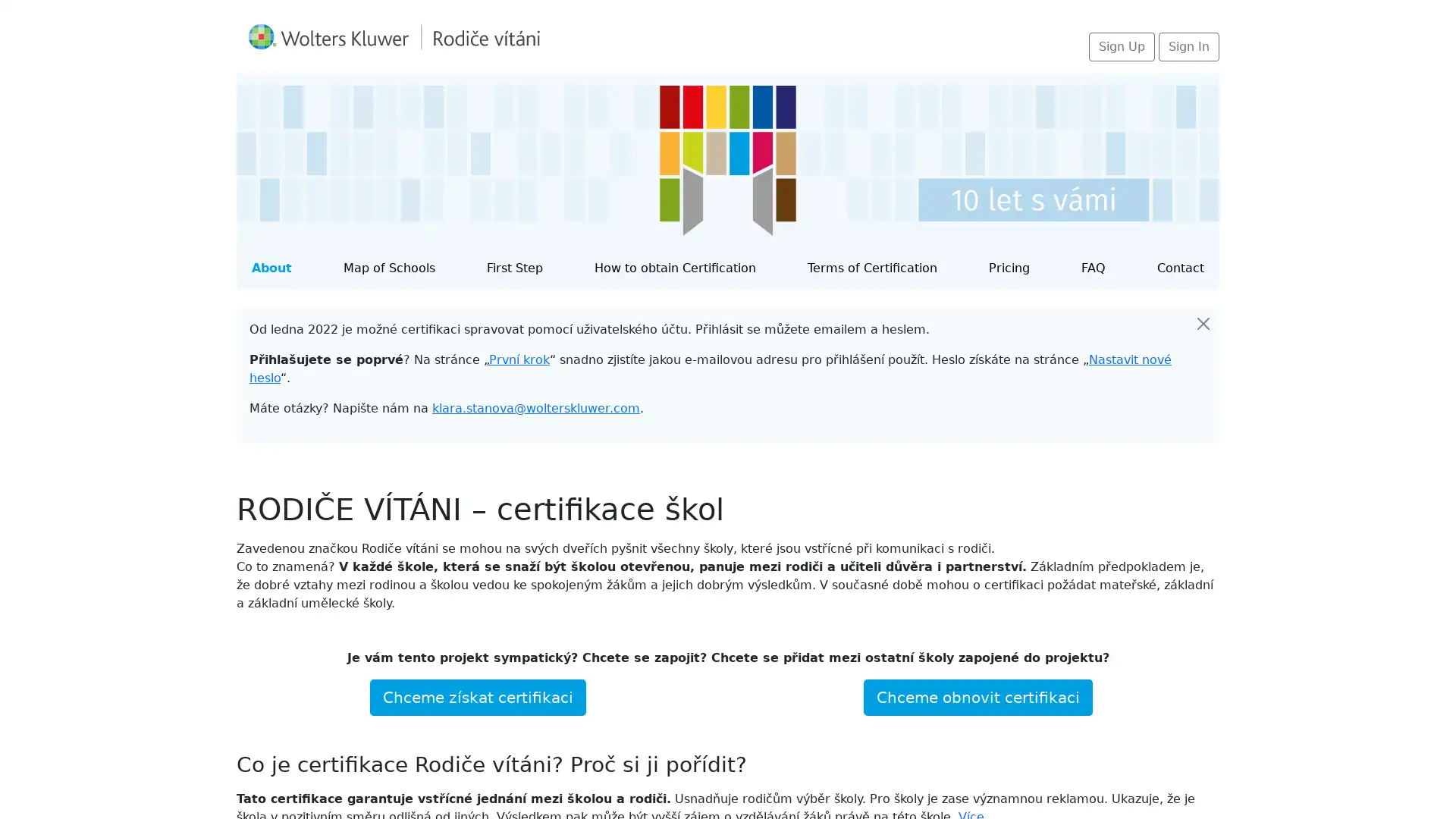 The image size is (1456, 819). I want to click on Close, so click(1203, 323).